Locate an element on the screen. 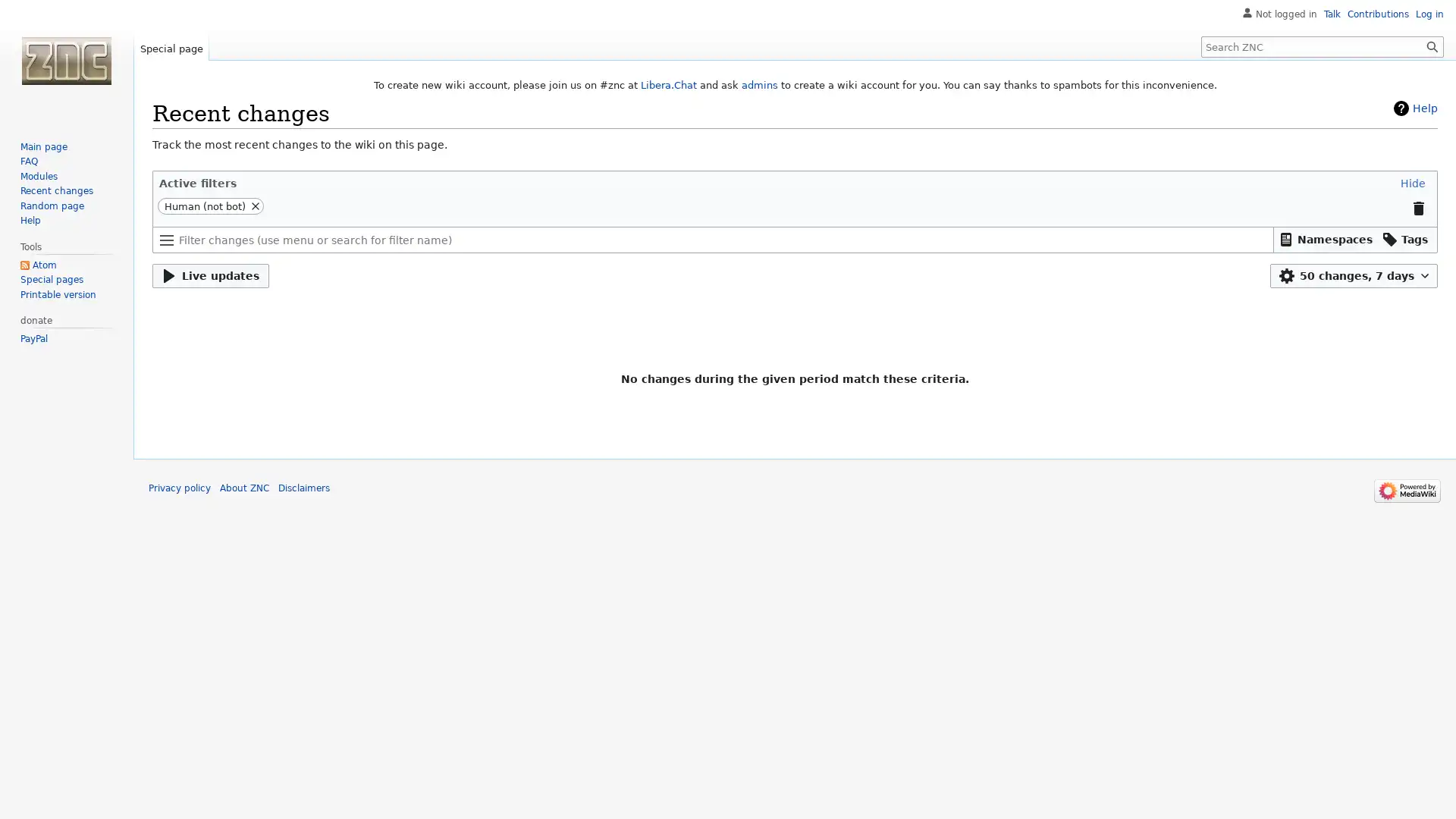  Live updates is located at coordinates (210, 275).